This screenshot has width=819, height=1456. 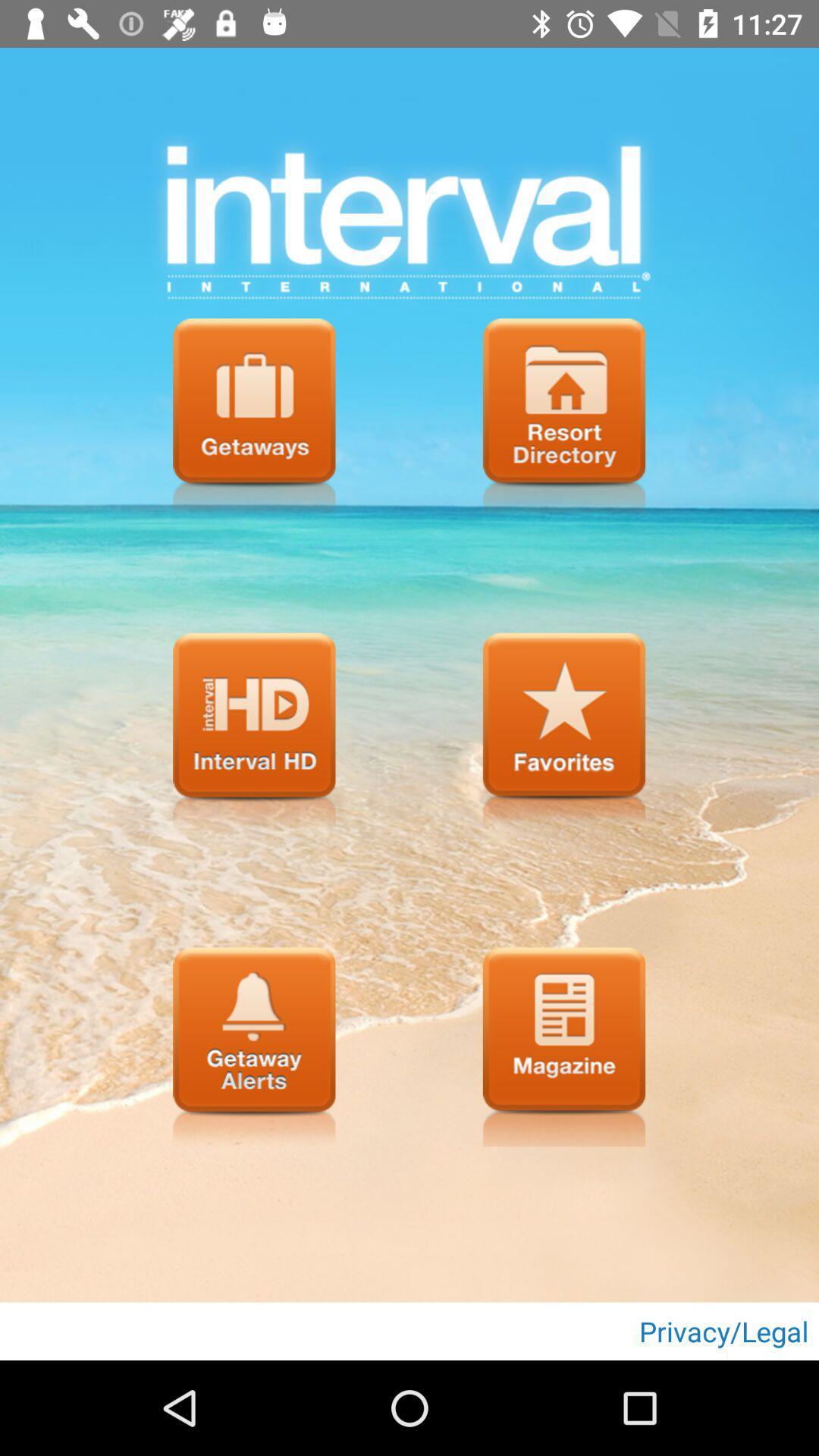 I want to click on display getaway alerts, so click(x=253, y=1046).